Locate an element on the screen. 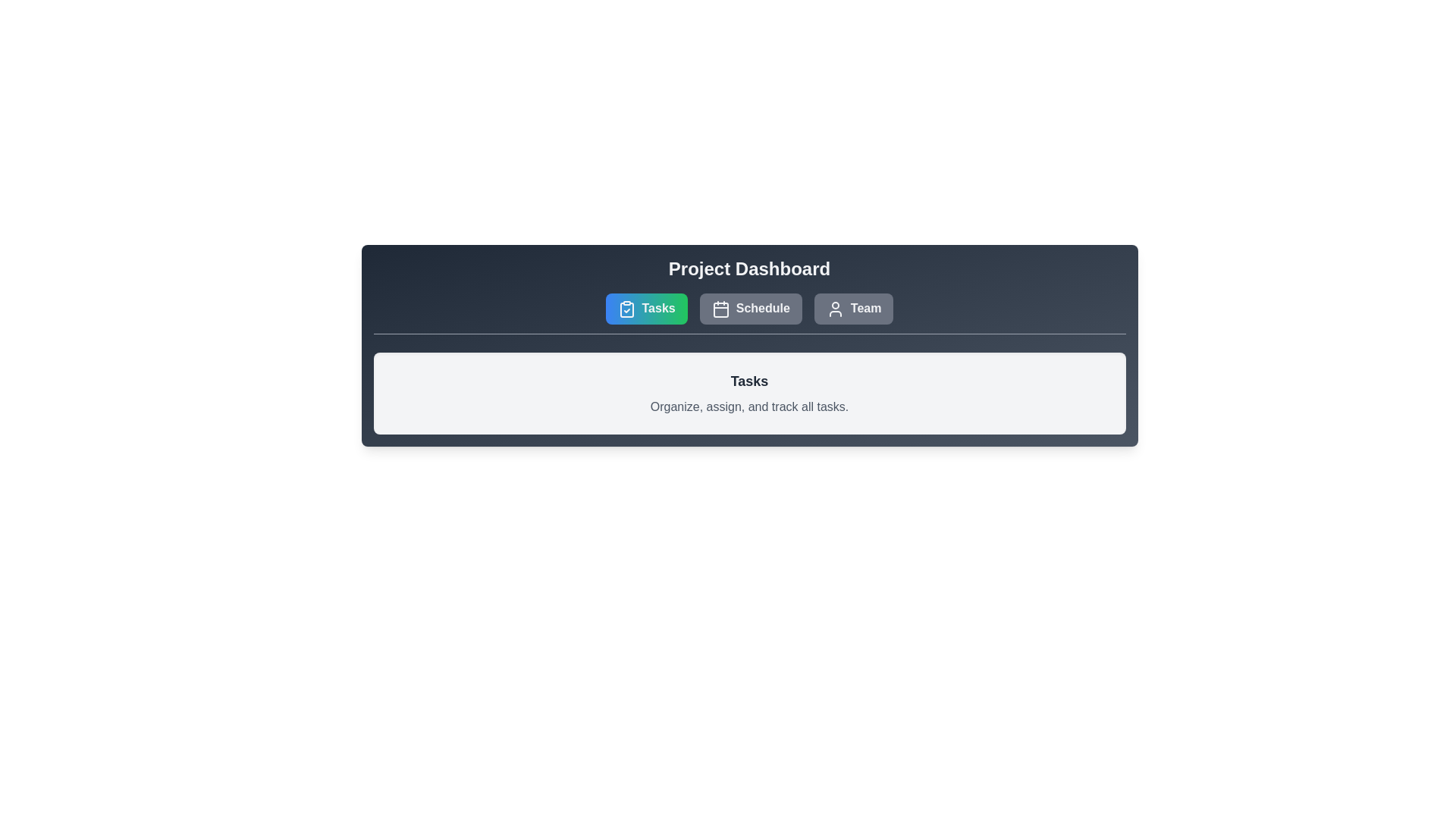  the calendar icon located to the left of the 'Schedule' button in the navigation bar to enhance user recognition and navigation is located at coordinates (720, 308).